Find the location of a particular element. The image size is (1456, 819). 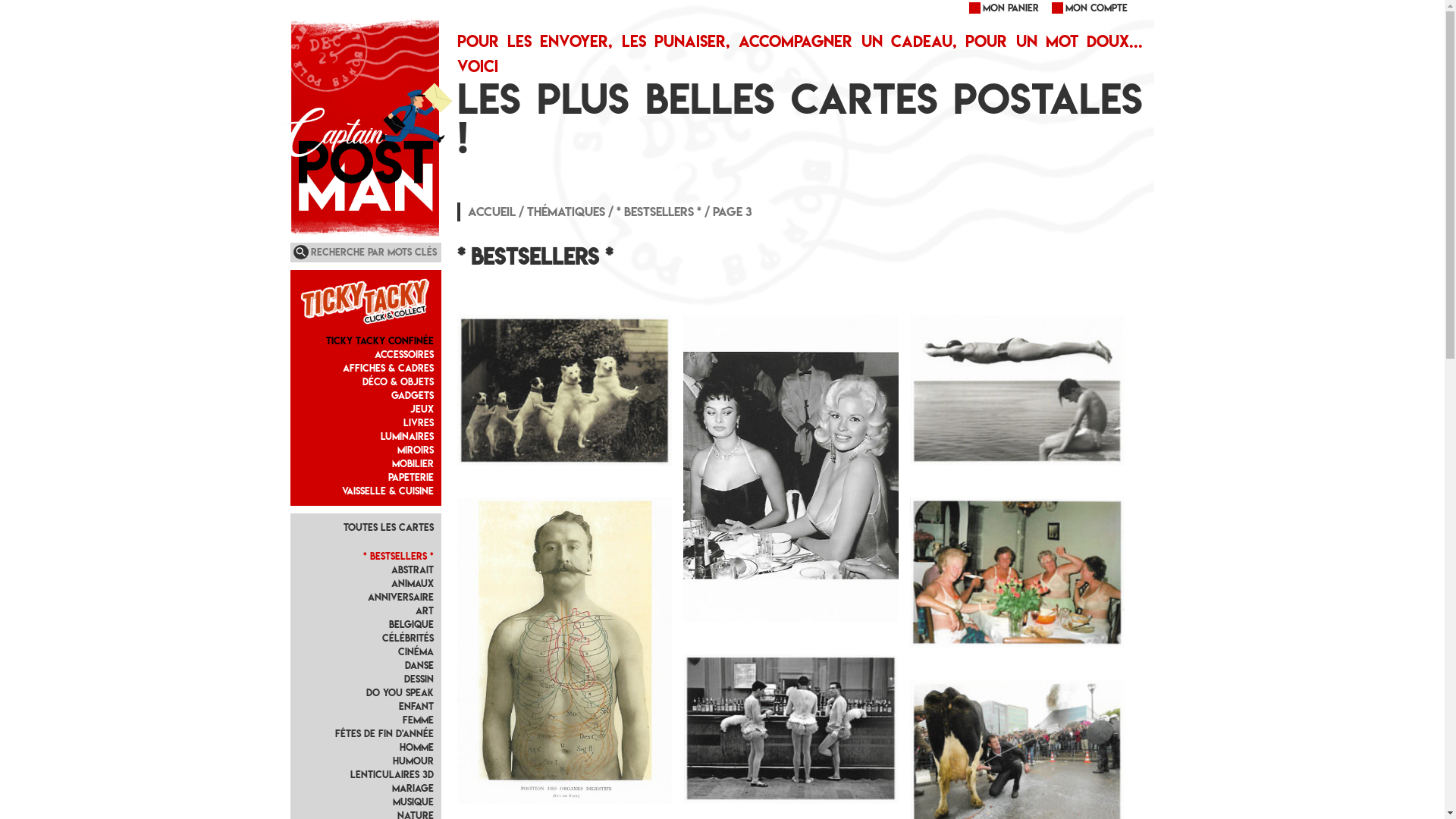

'Danse' is located at coordinates (419, 664).